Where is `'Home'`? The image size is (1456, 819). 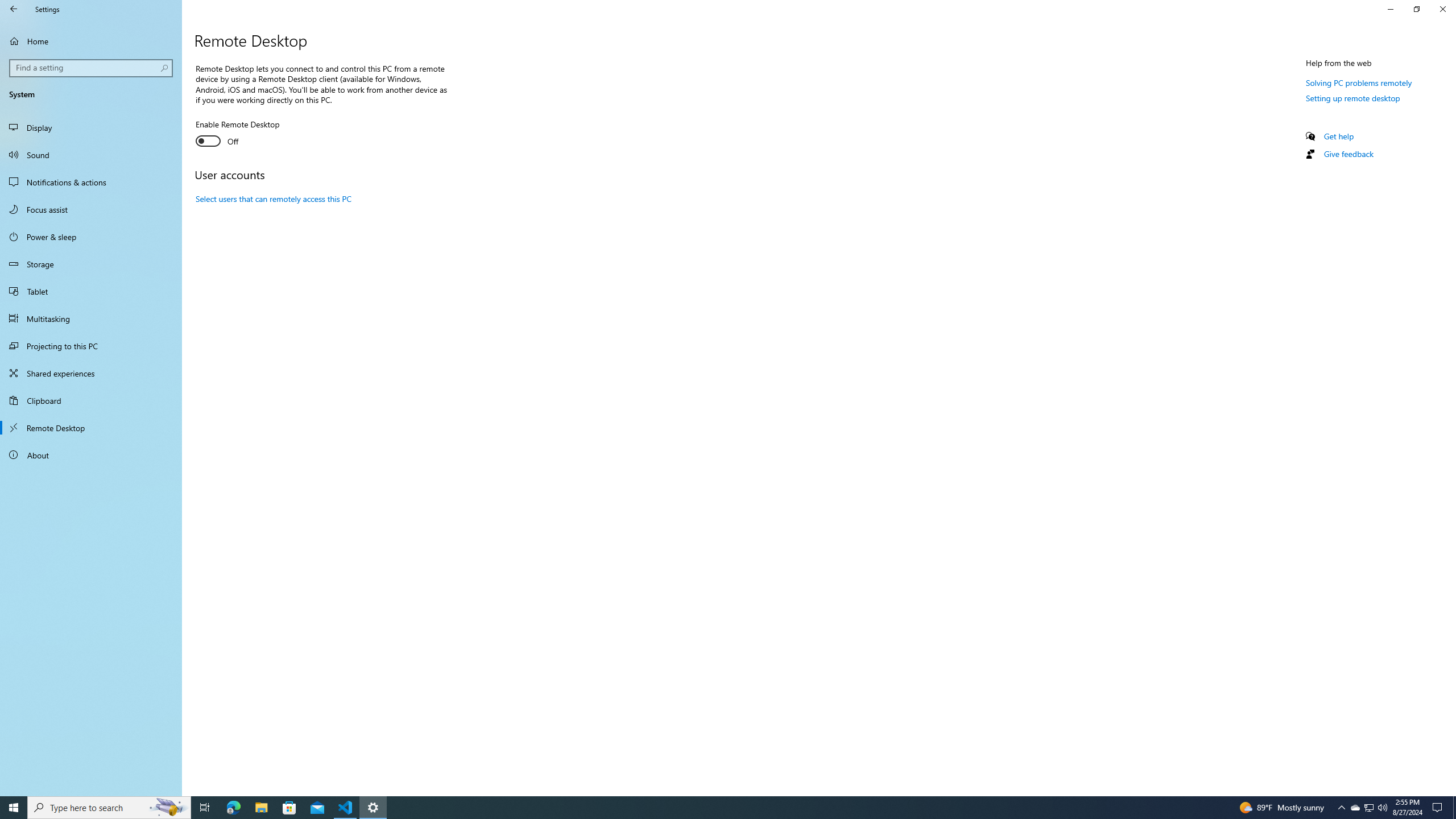 'Home' is located at coordinates (90, 41).